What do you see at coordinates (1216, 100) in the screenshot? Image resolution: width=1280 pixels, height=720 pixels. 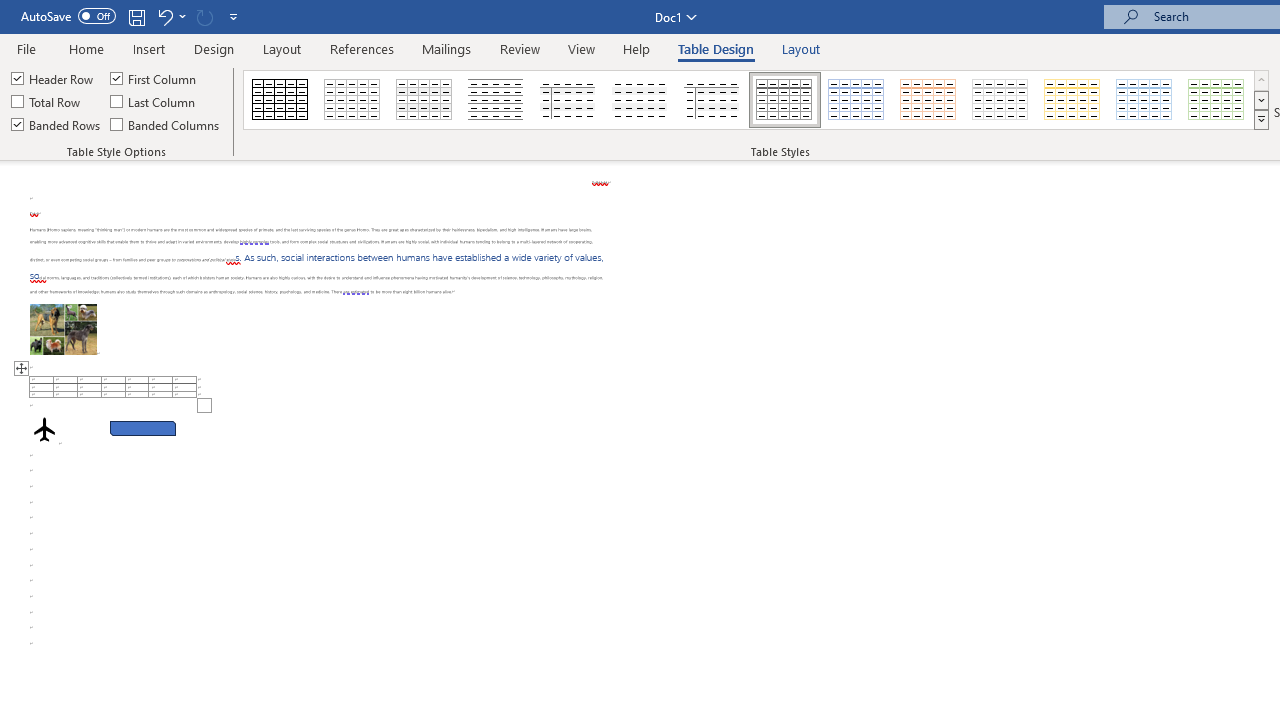 I see `'Grid Table 1 Light - Accent 6'` at bounding box center [1216, 100].